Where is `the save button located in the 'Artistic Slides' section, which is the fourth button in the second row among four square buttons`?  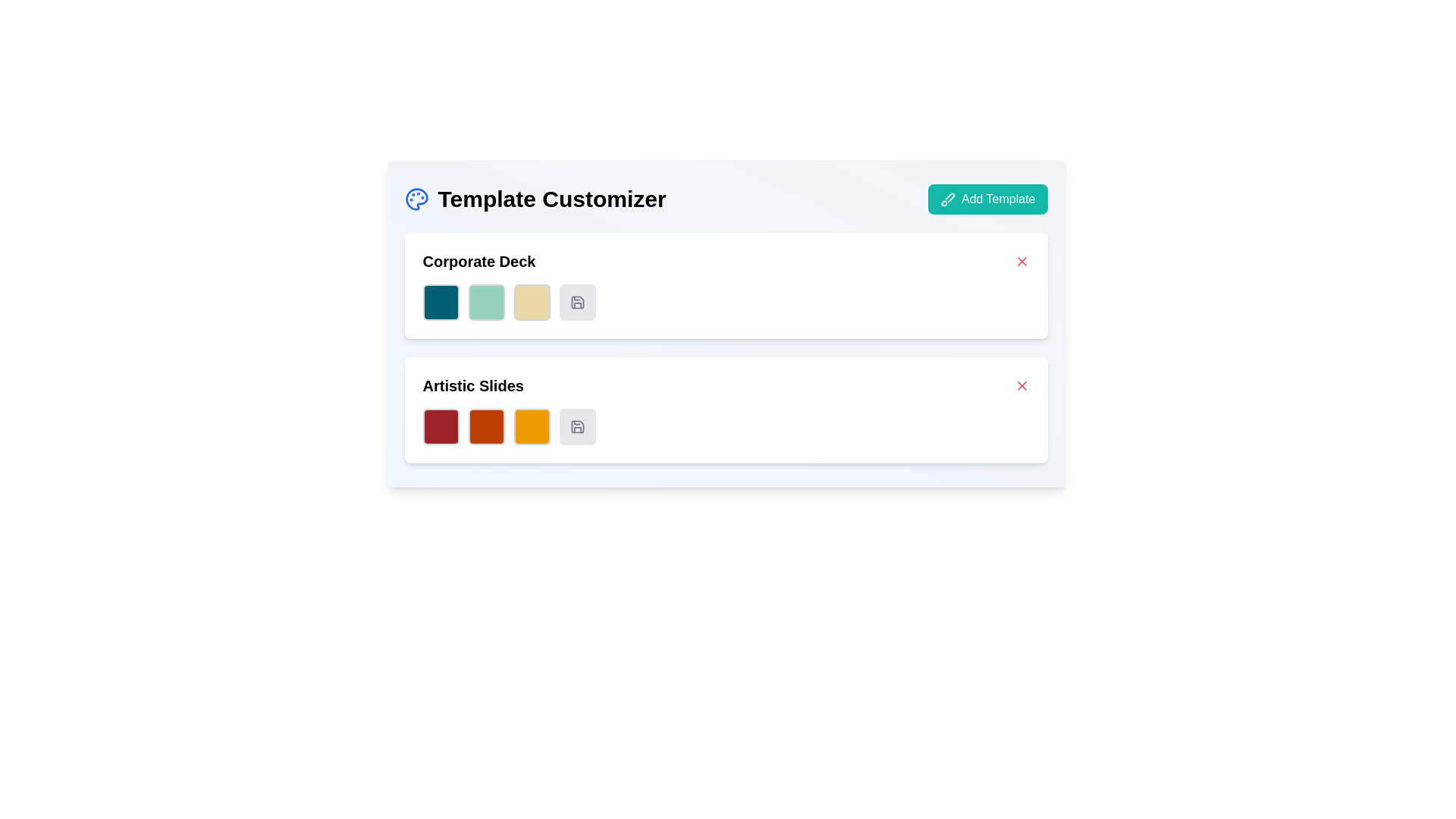 the save button located in the 'Artistic Slides' section, which is the fourth button in the second row among four square buttons is located at coordinates (576, 427).